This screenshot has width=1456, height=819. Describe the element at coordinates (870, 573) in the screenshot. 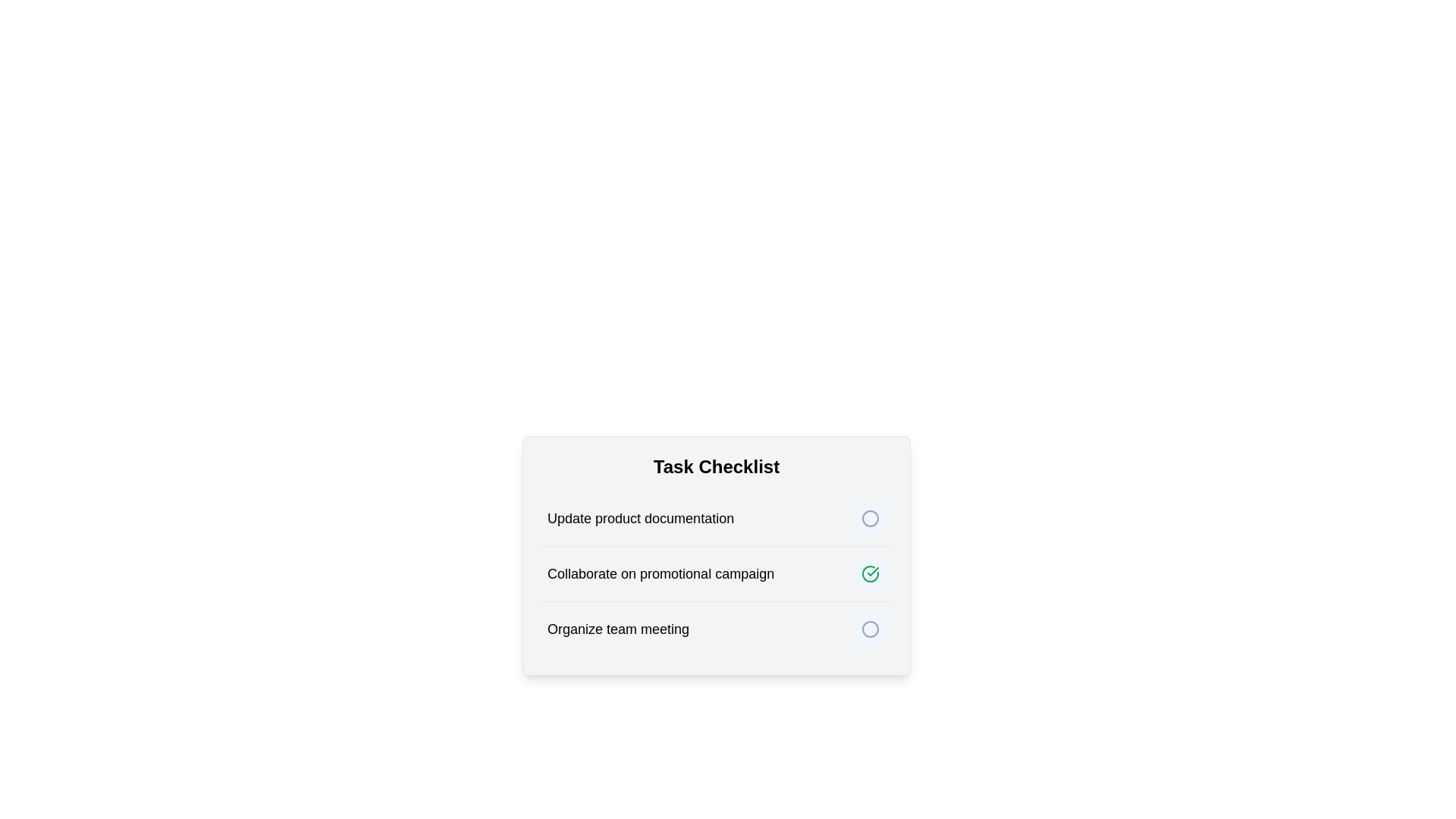

I see `the SVG-based green circle with a checkmark icon, indicating a completed task, located to the right of the second task row in the checklist interface` at that location.